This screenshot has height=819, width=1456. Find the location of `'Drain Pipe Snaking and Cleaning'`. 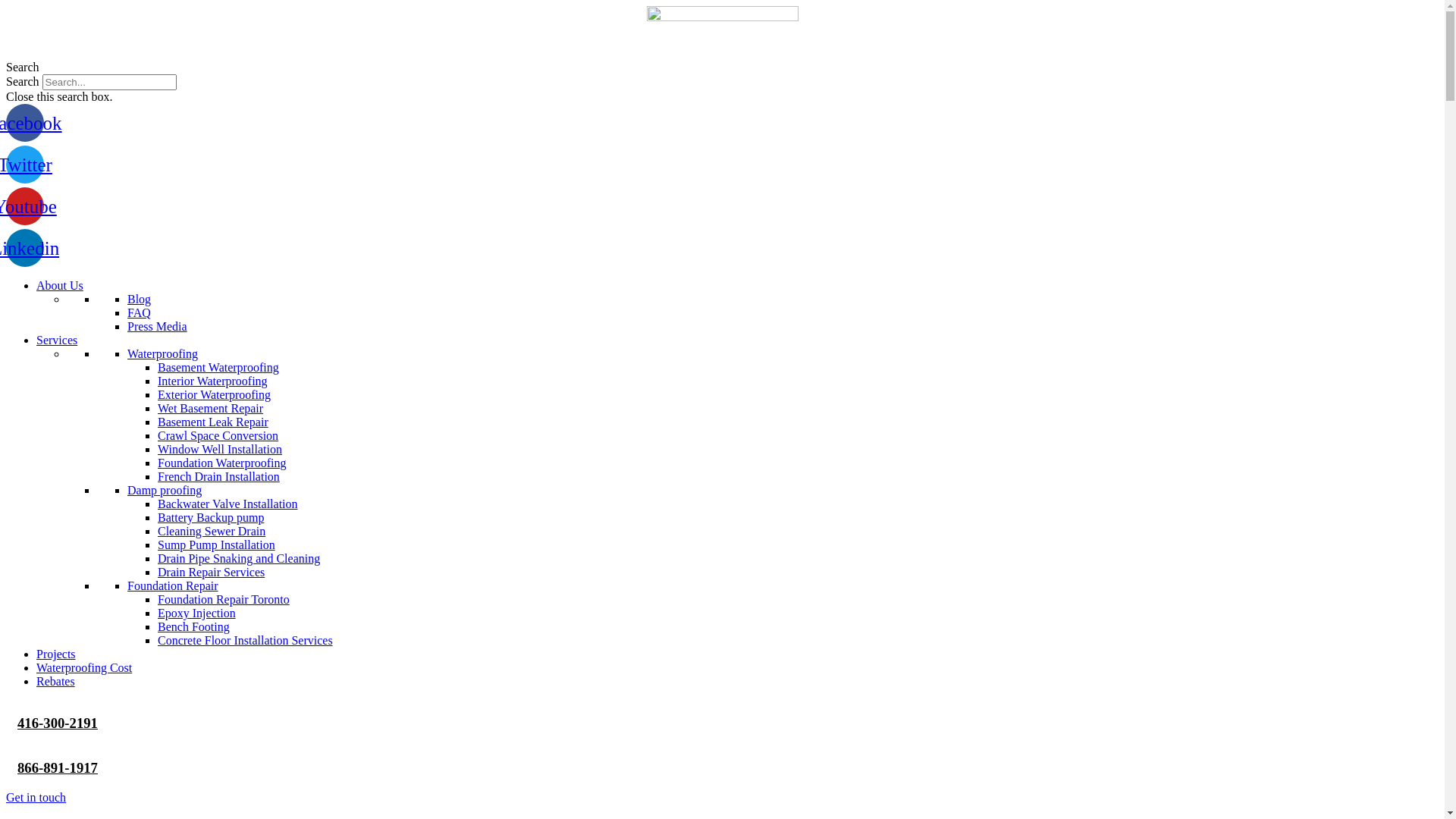

'Drain Pipe Snaking and Cleaning' is located at coordinates (157, 558).